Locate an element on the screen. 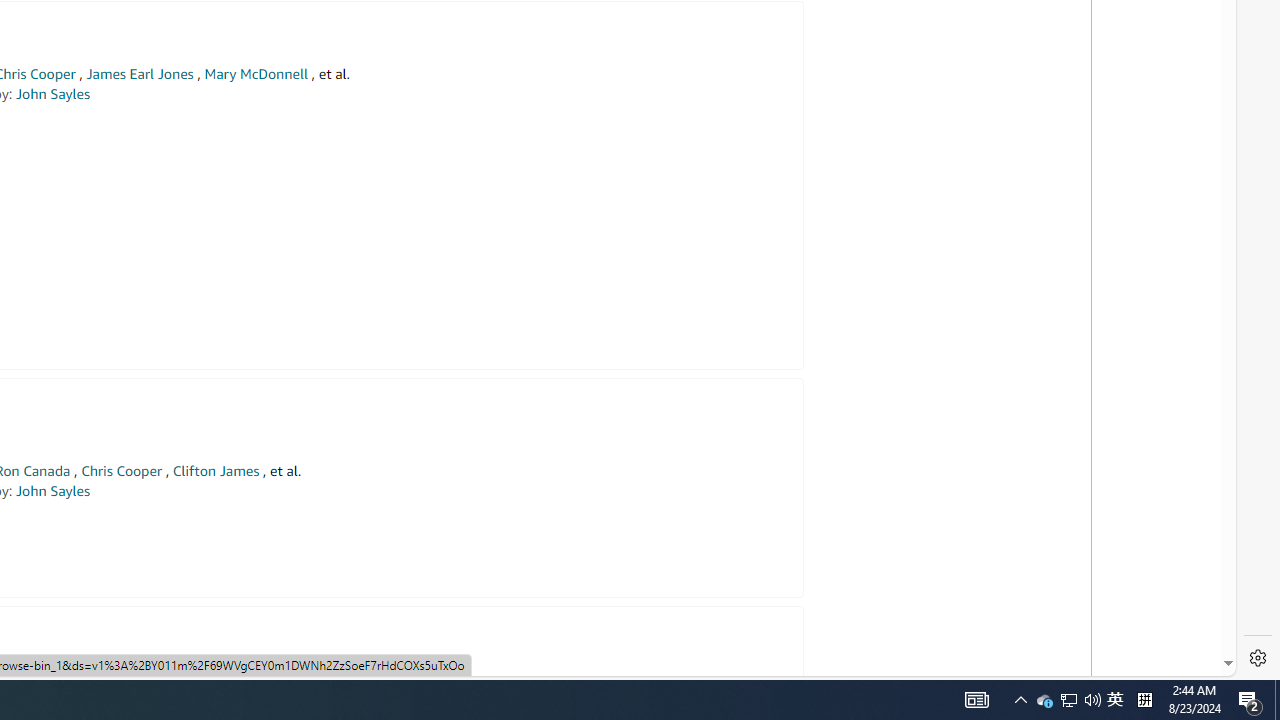 Image resolution: width=1280 pixels, height=720 pixels. 'Clifton James' is located at coordinates (215, 471).